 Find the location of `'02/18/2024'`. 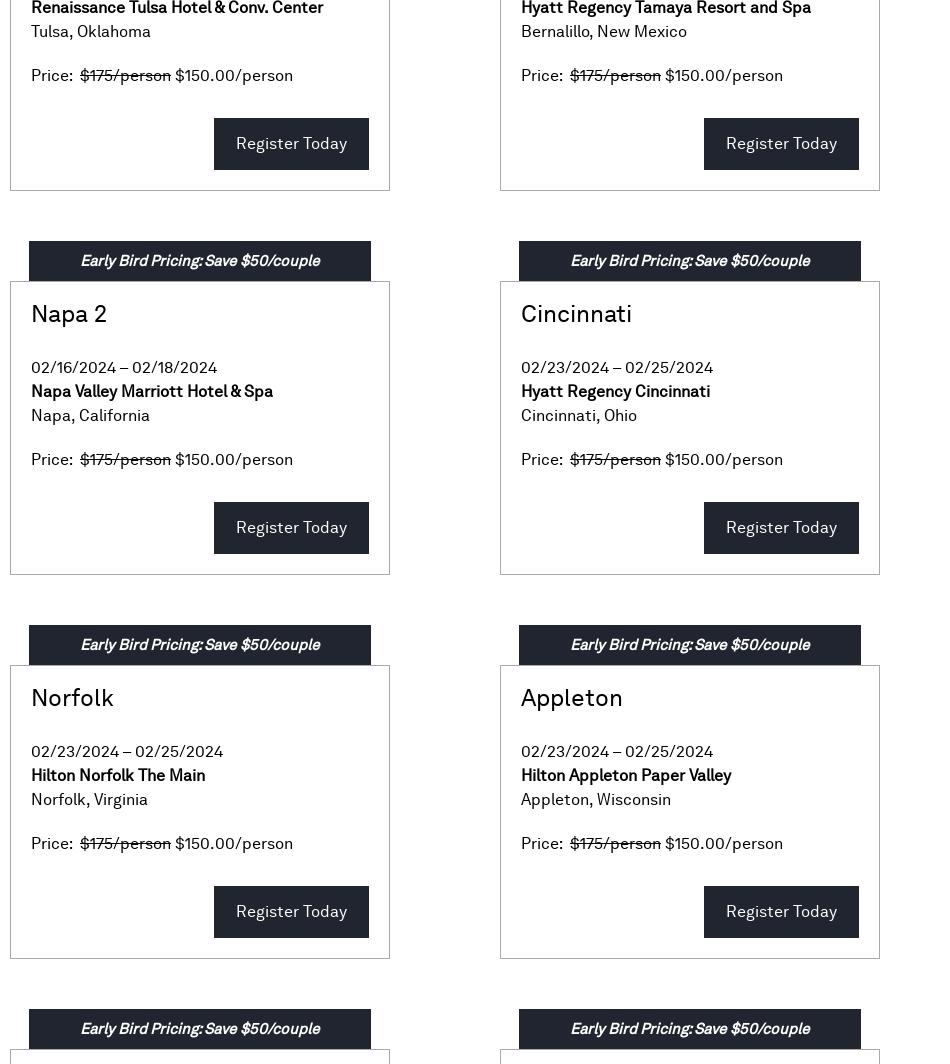

'02/18/2024' is located at coordinates (174, 367).